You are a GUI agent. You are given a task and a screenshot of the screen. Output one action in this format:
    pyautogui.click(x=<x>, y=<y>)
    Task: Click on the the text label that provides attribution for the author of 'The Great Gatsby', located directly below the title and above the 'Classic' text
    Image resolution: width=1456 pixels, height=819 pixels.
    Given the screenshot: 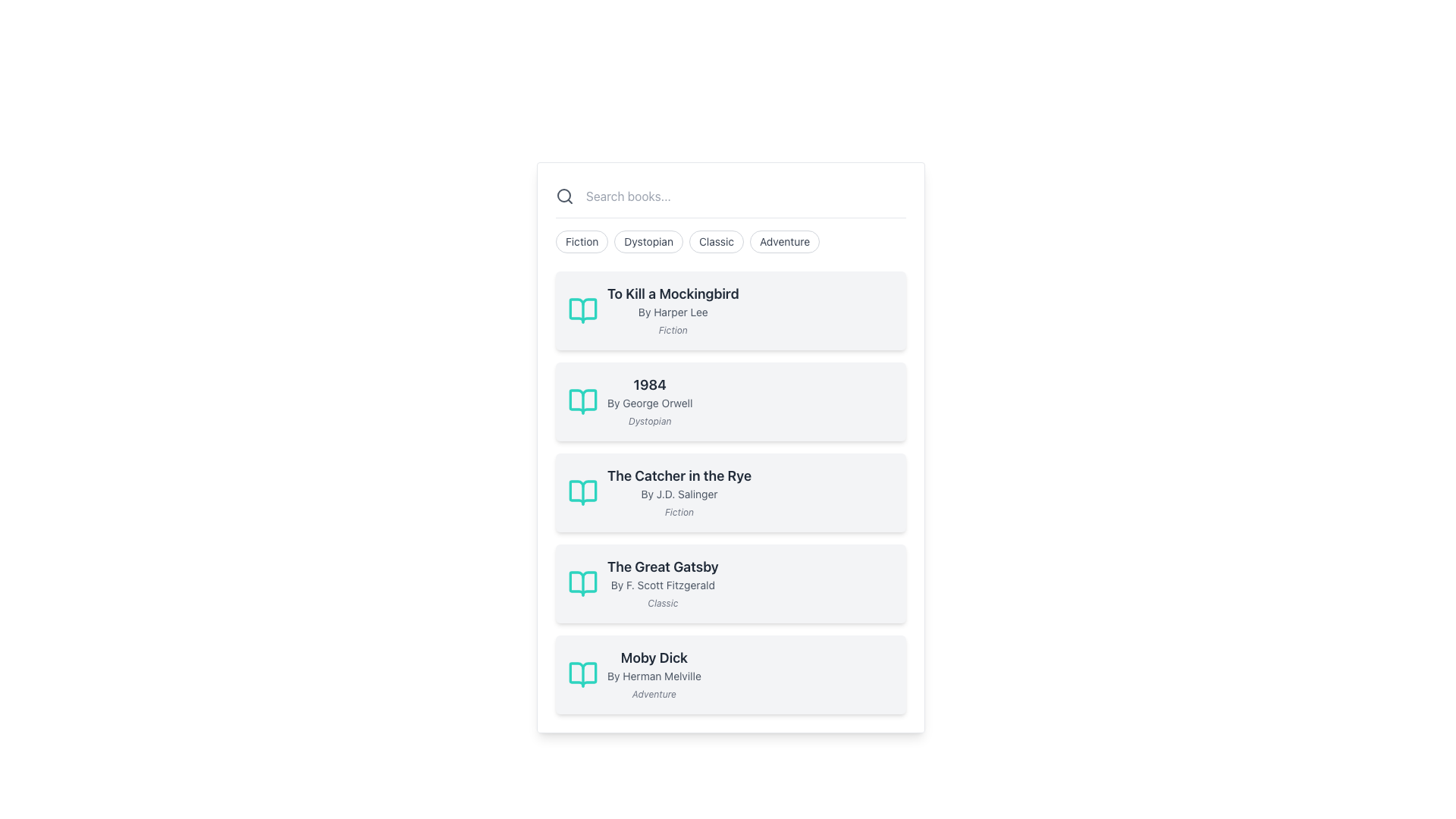 What is the action you would take?
    pyautogui.click(x=663, y=584)
    